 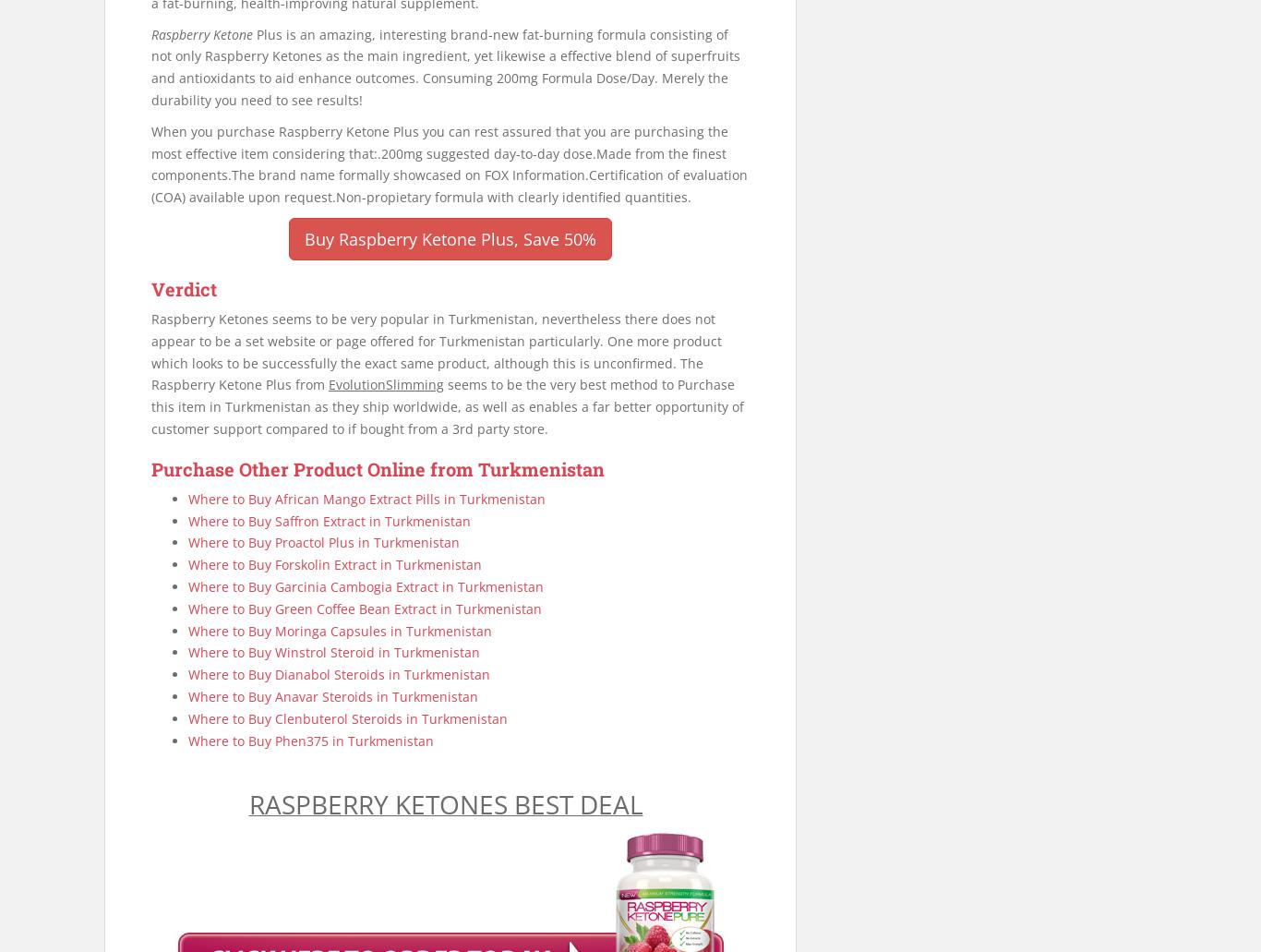 I want to click on 'Where to Buy Garcinia Cambogia Extract in Turkmenistan', so click(x=365, y=585).